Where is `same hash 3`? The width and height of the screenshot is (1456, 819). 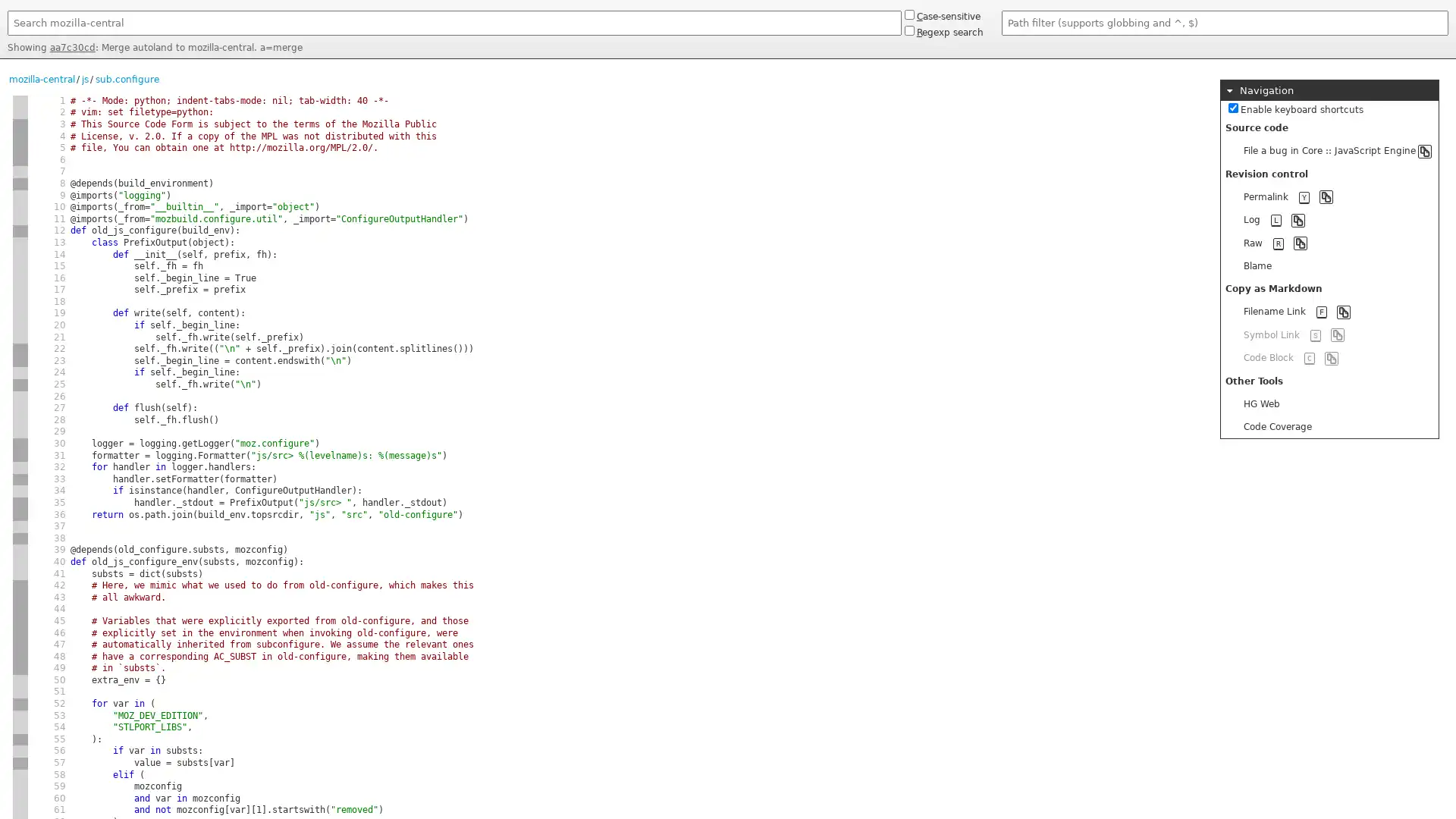 same hash 3 is located at coordinates (20, 809).